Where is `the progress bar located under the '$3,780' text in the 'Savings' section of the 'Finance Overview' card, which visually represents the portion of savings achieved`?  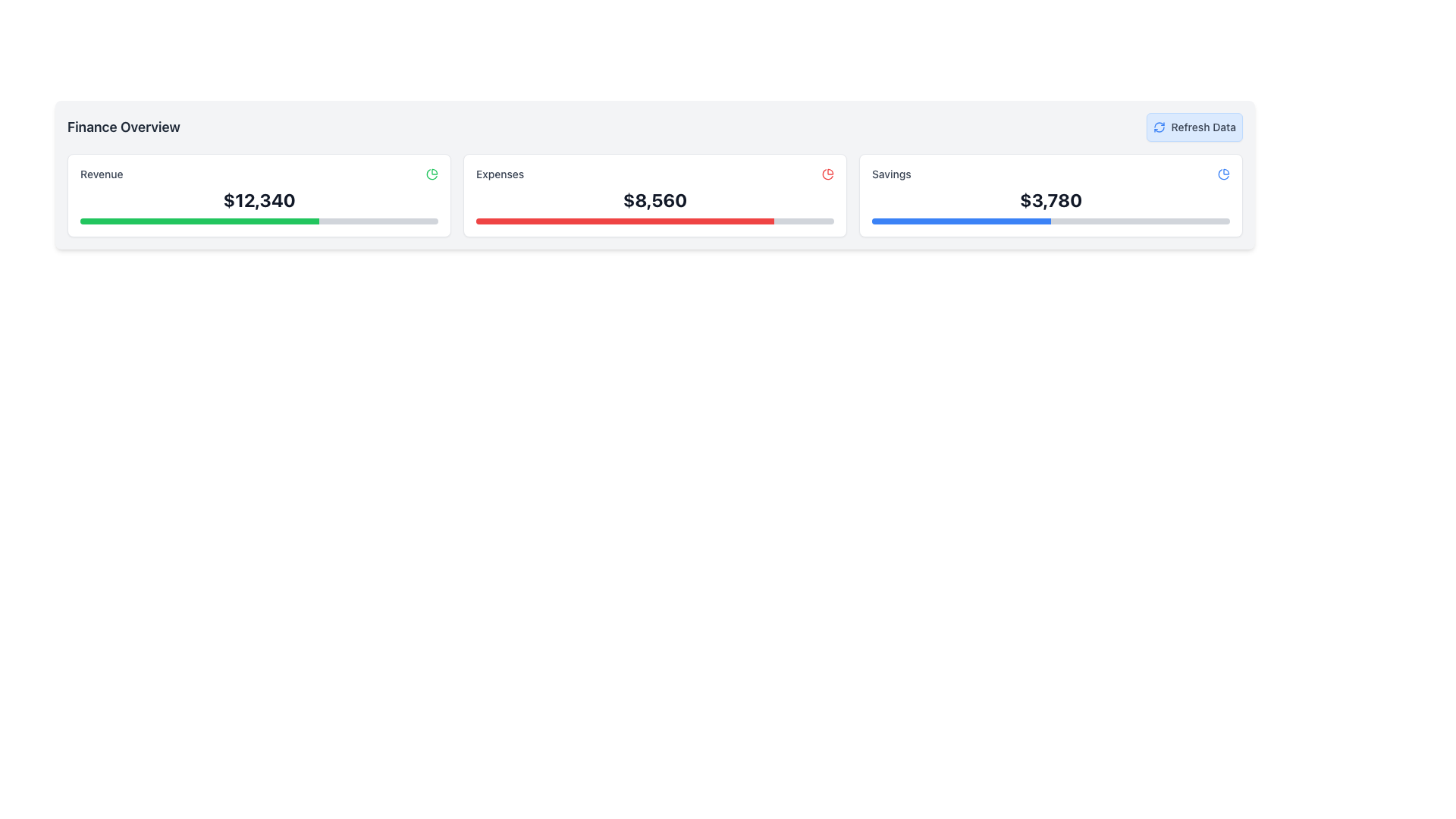 the progress bar located under the '$3,780' text in the 'Savings' section of the 'Finance Overview' card, which visually represents the portion of savings achieved is located at coordinates (1050, 221).